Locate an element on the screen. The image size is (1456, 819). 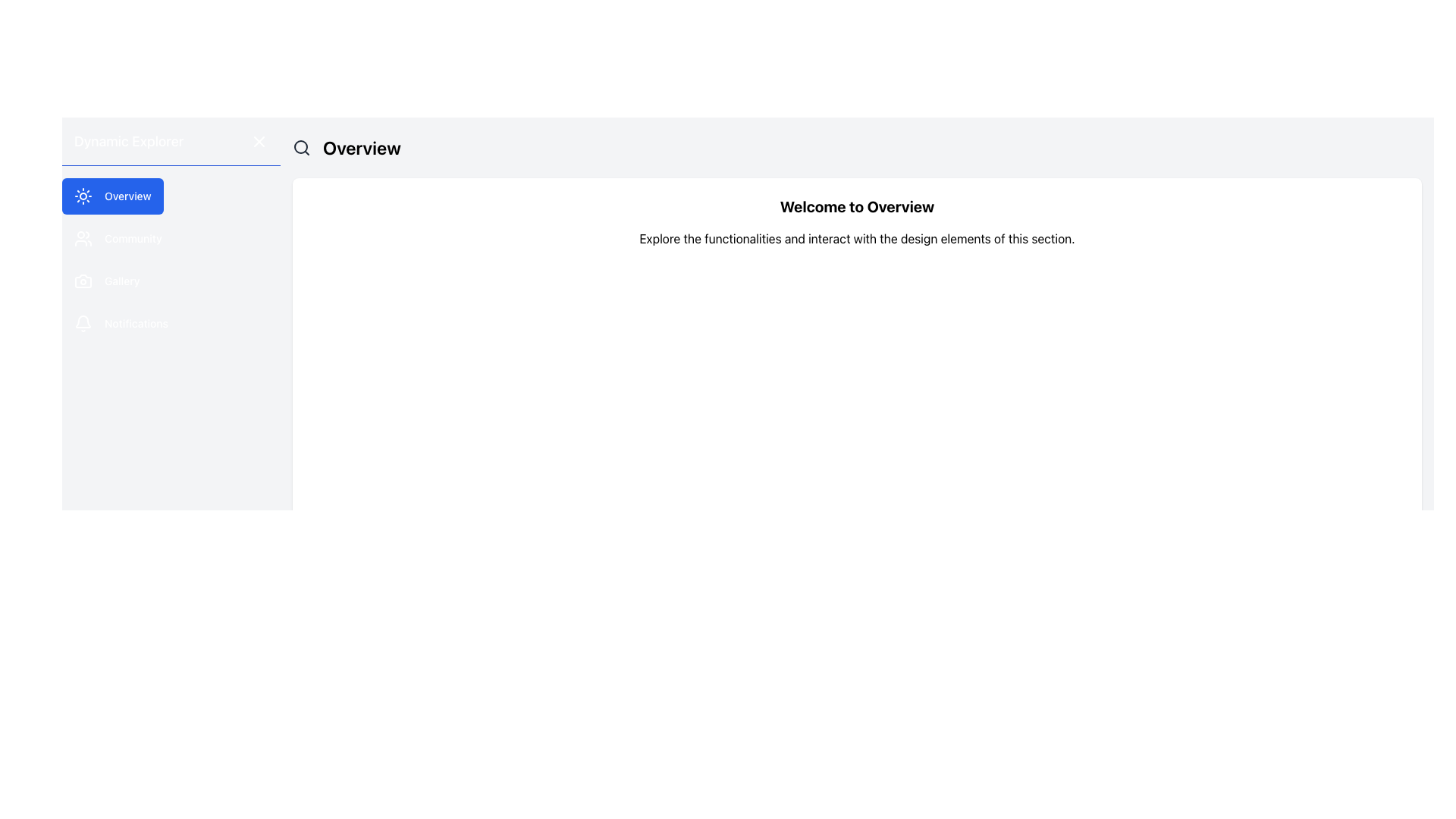
the Icon button located in the upper section of the interface, aligned horizontally with the text 'Overview', which serves as a visual cue for a search feature is located at coordinates (302, 148).